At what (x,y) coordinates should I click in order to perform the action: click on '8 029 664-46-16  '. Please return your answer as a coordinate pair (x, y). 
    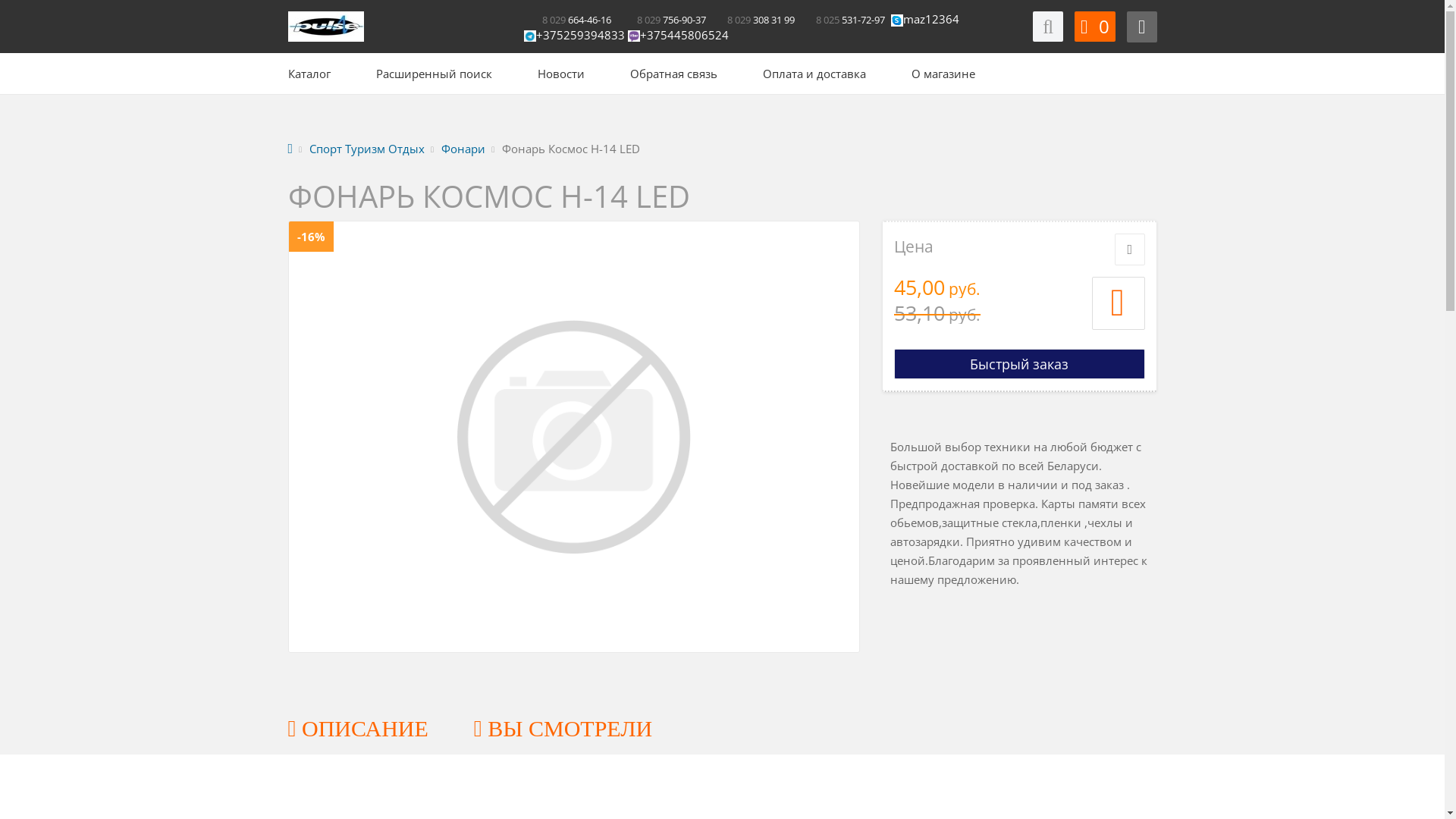
    Looking at the image, I should click on (568, 18).